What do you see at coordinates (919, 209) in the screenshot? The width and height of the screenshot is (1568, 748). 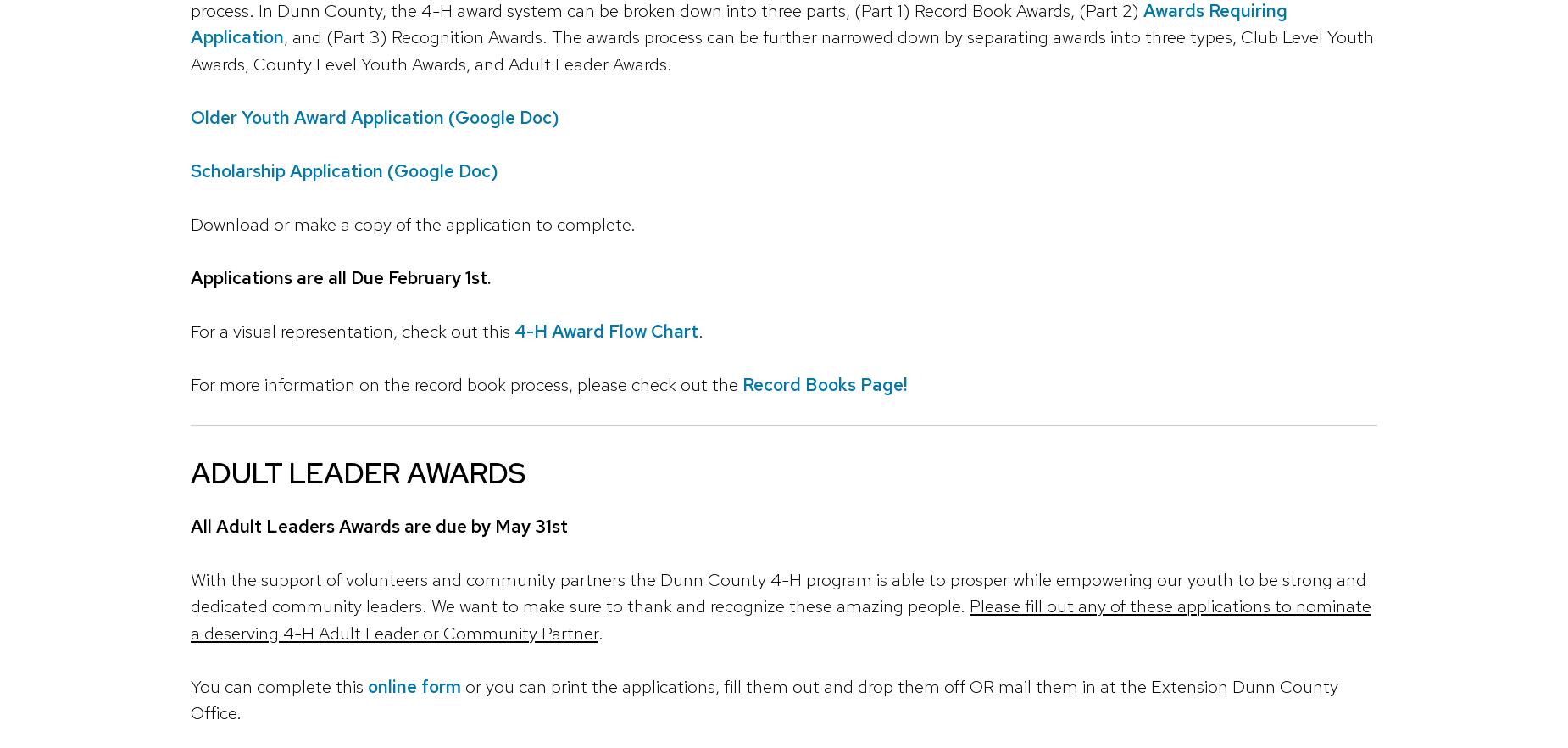 I see `'WI Public Television'` at bounding box center [919, 209].